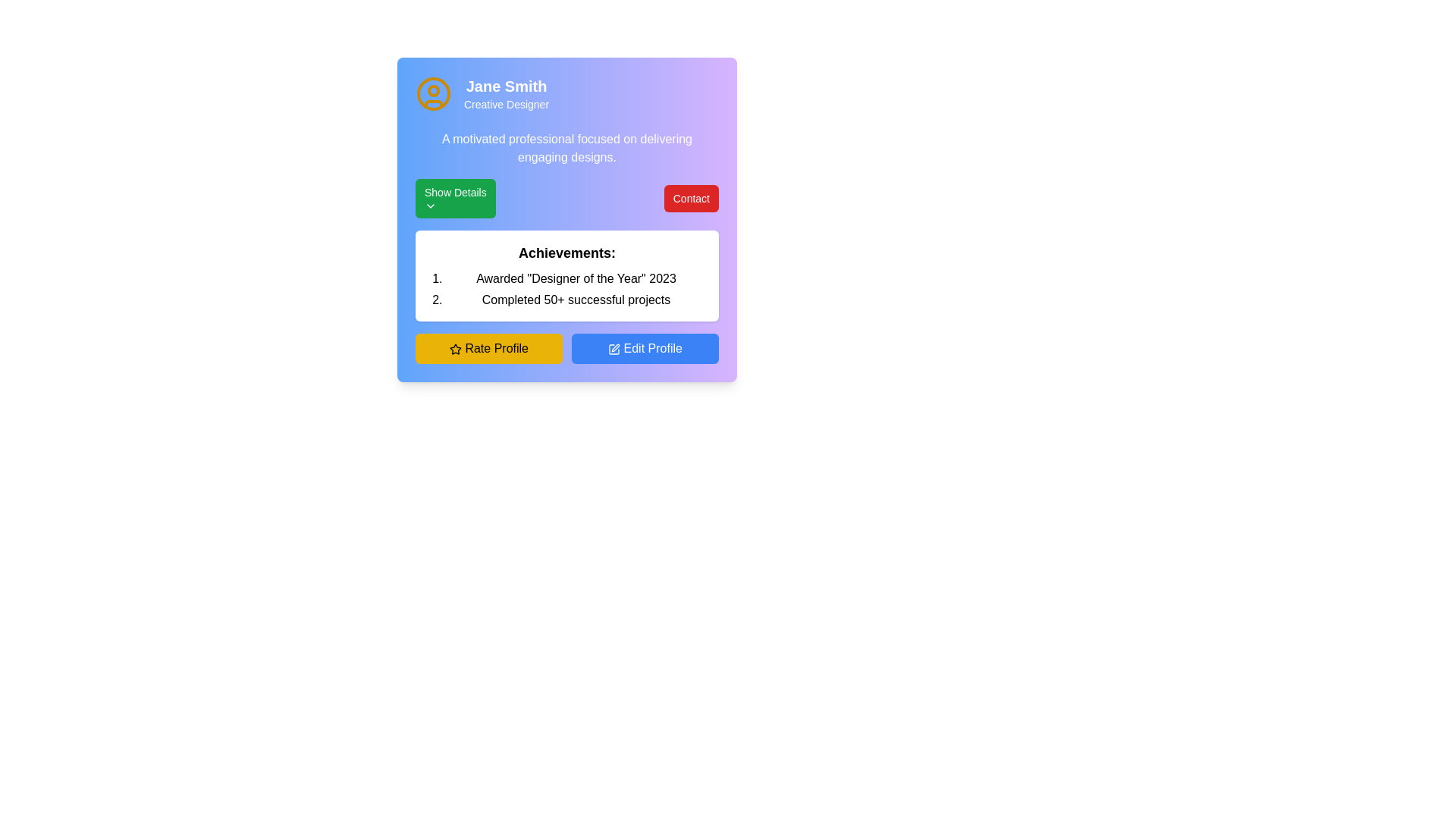 This screenshot has height=819, width=1456. I want to click on the circular graphical component that serves as the outer boundary of the user profile icon, rendered in an orange-yellow hue, located at the top-left corner of the user profile card, so click(432, 93).